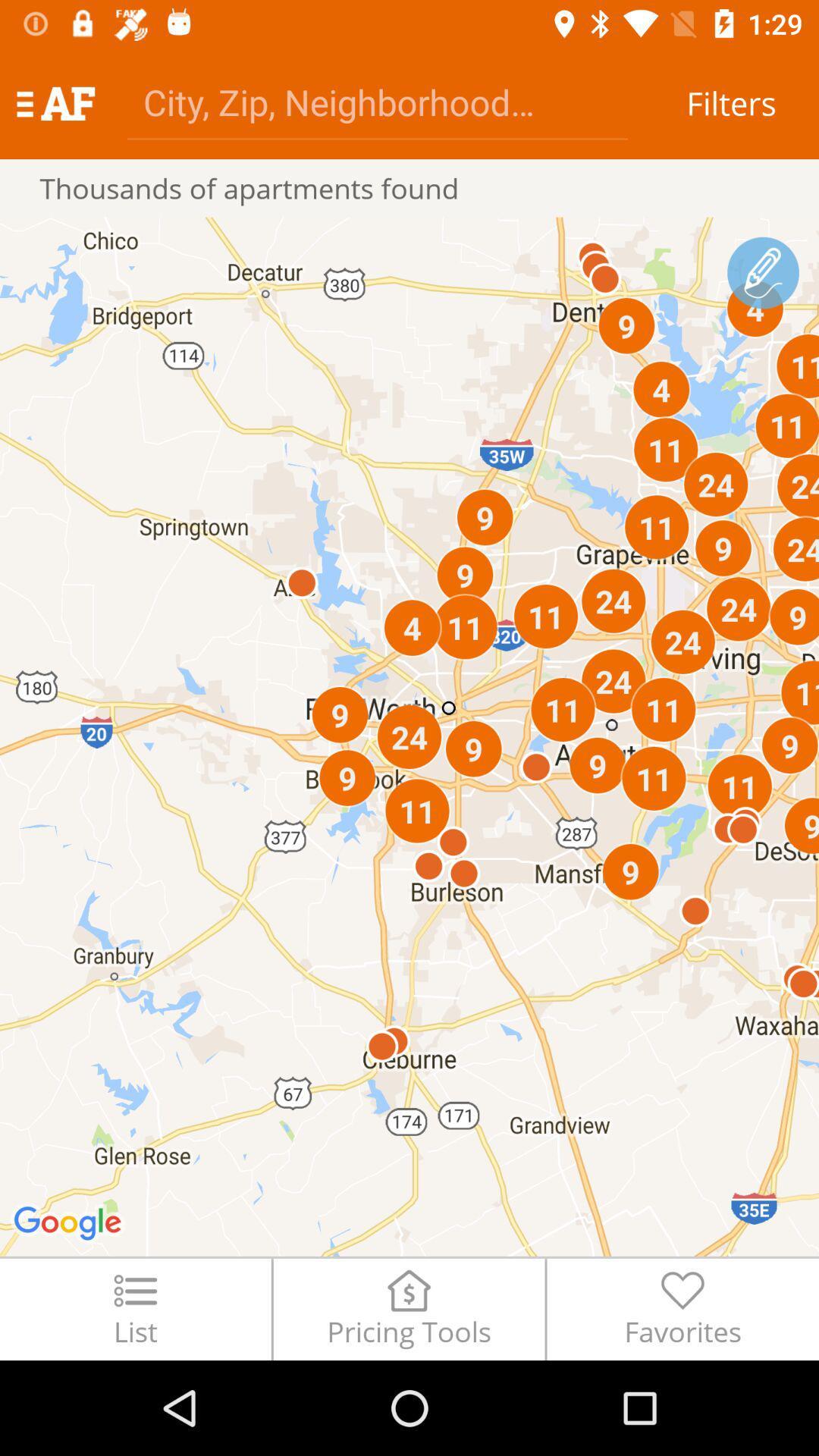 The width and height of the screenshot is (819, 1456). Describe the element at coordinates (376, 101) in the screenshot. I see `type in city/zip/neighborhood information` at that location.